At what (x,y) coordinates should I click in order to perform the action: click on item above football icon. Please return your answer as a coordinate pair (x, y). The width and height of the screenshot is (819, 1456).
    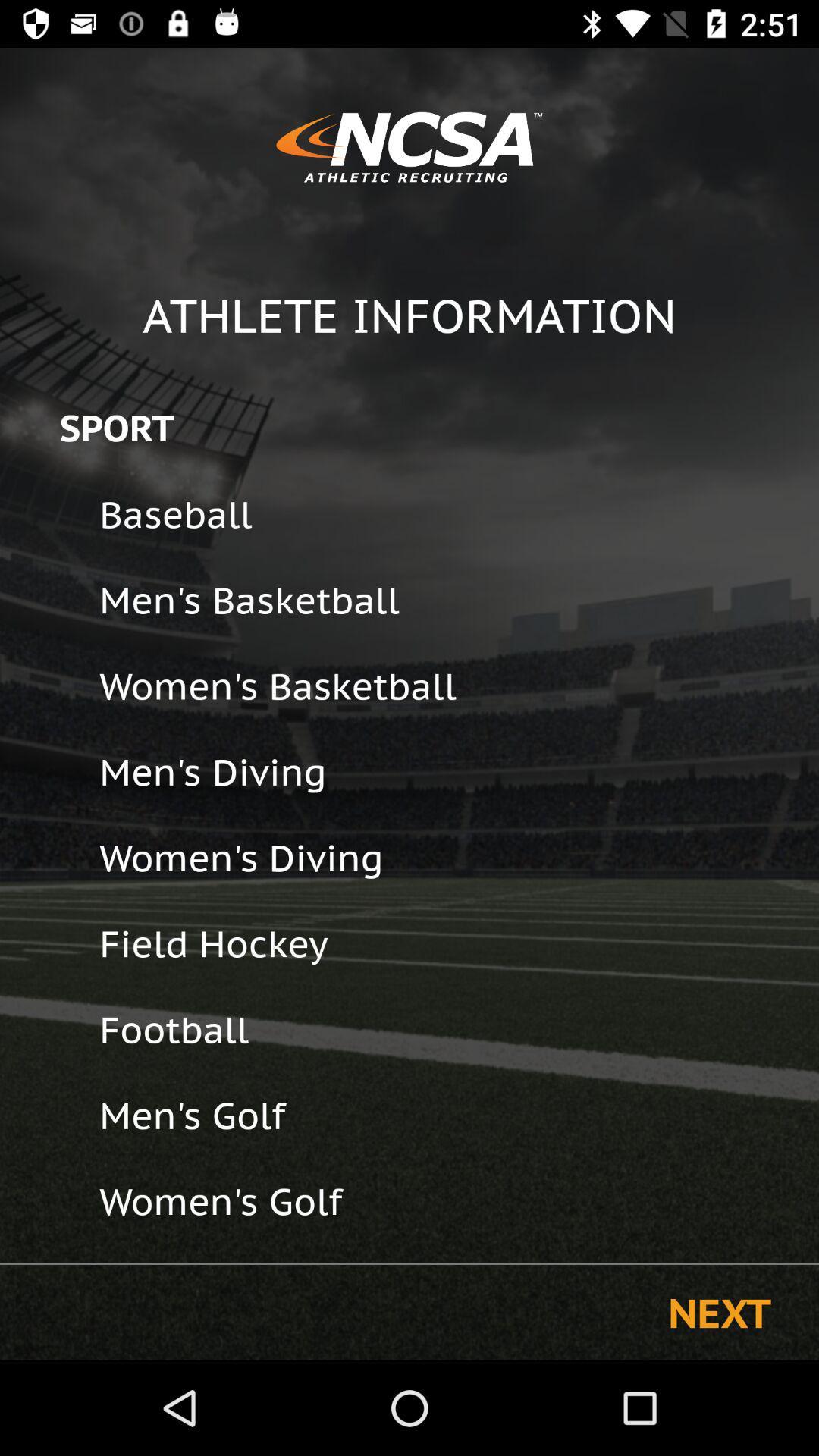
    Looking at the image, I should click on (448, 943).